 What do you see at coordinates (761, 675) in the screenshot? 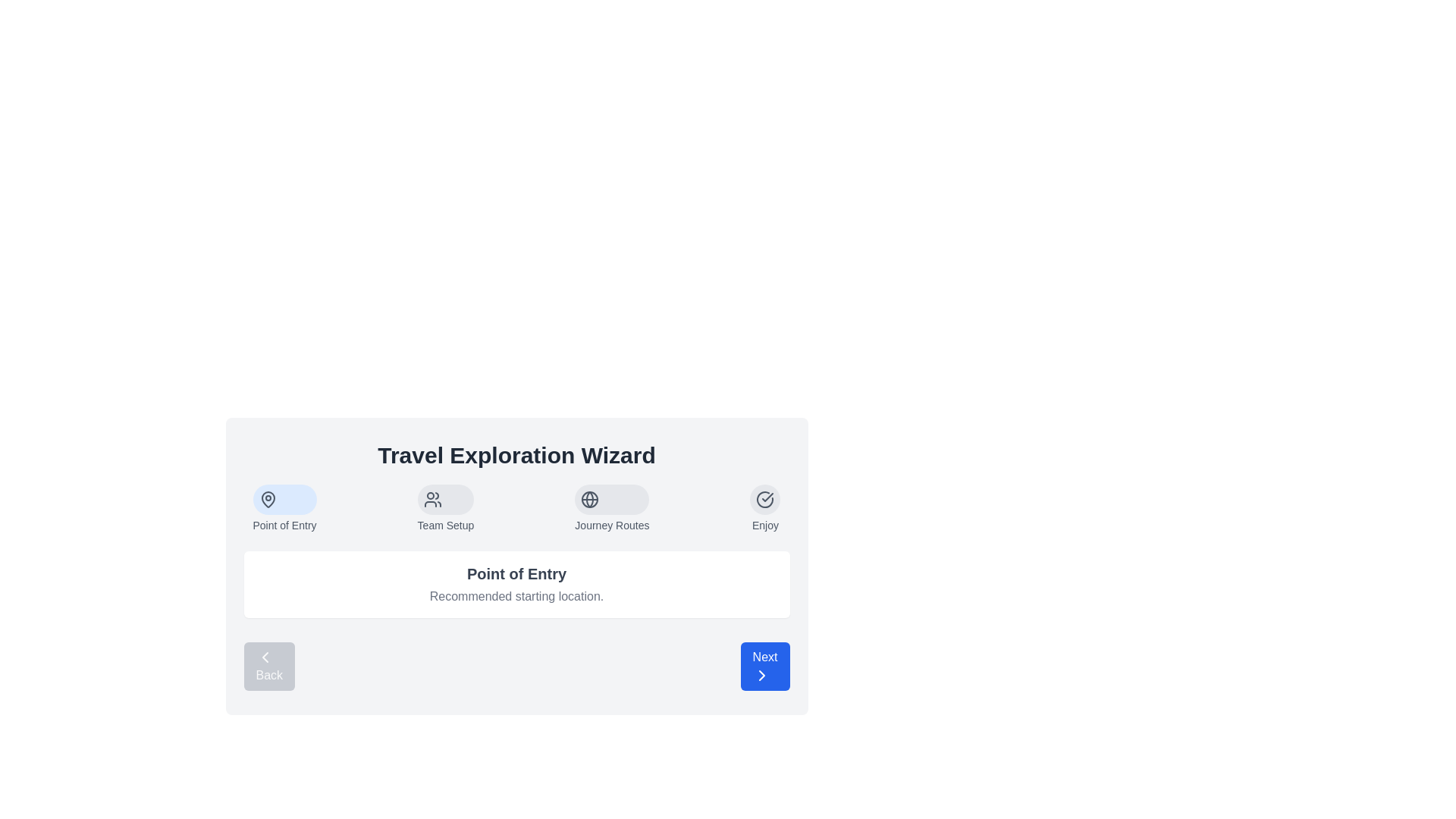
I see `the right-facing chevron icon that is located inside the blue rectangular 'Next' button to proceed` at bounding box center [761, 675].